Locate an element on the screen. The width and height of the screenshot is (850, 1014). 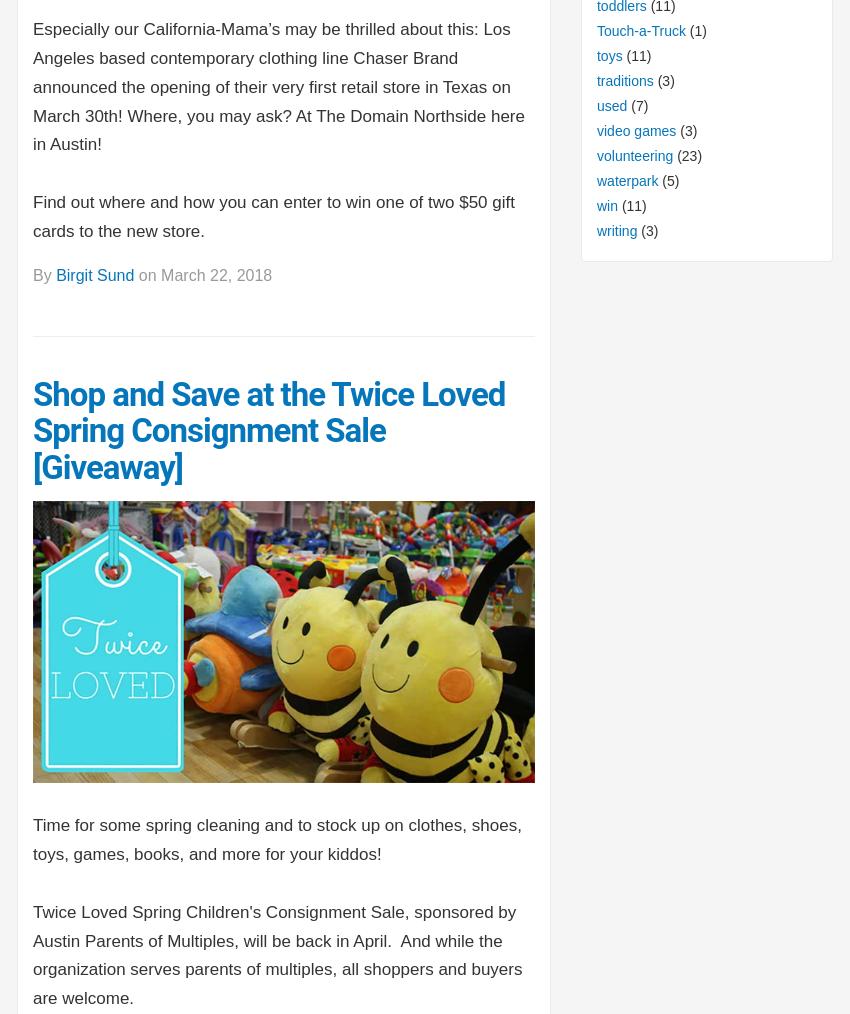
'on March 22, 2018' is located at coordinates (201, 275).